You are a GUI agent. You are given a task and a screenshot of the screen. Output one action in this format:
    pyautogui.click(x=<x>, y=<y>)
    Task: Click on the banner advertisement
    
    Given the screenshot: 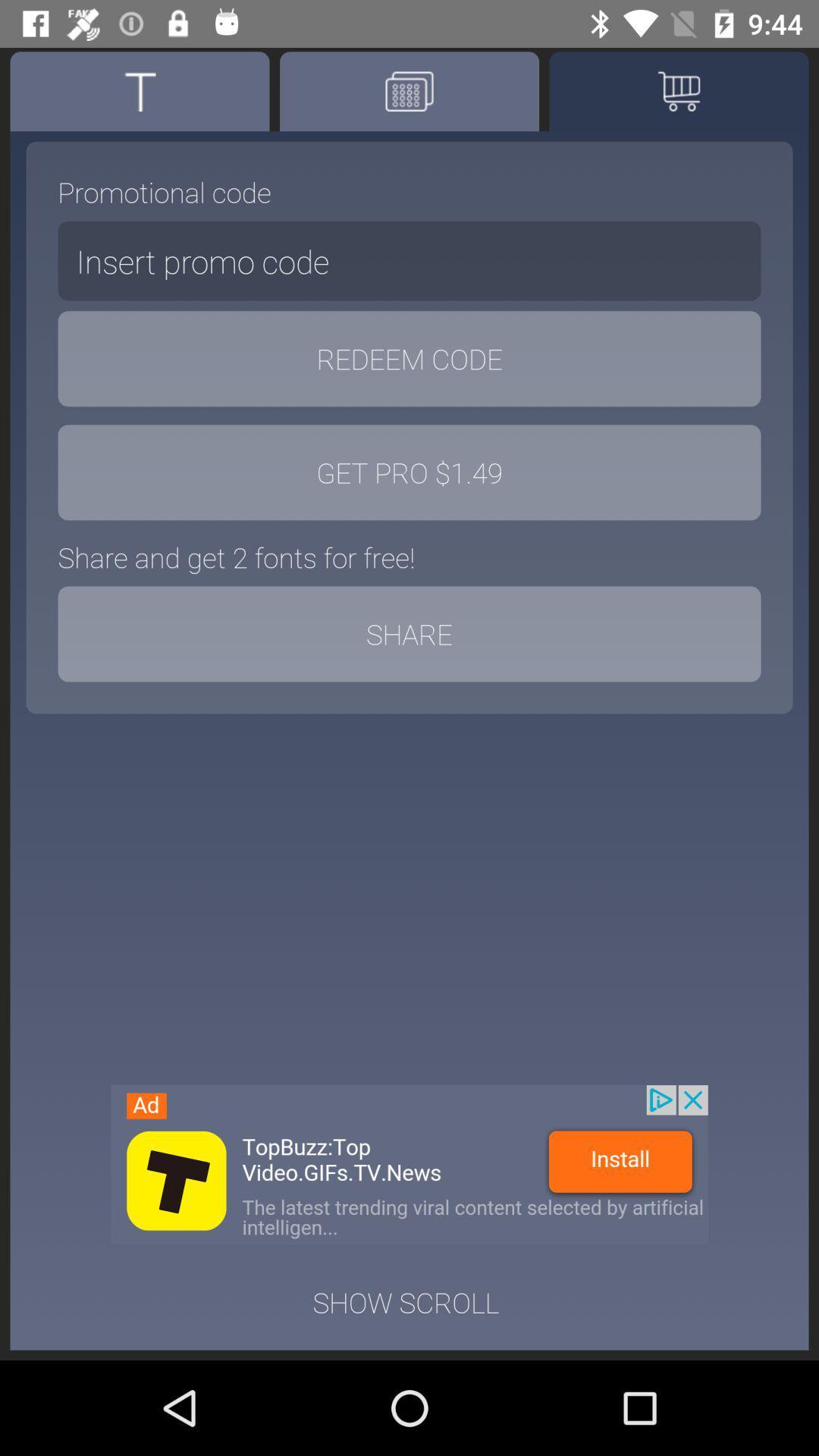 What is the action you would take?
    pyautogui.click(x=409, y=1164)
    